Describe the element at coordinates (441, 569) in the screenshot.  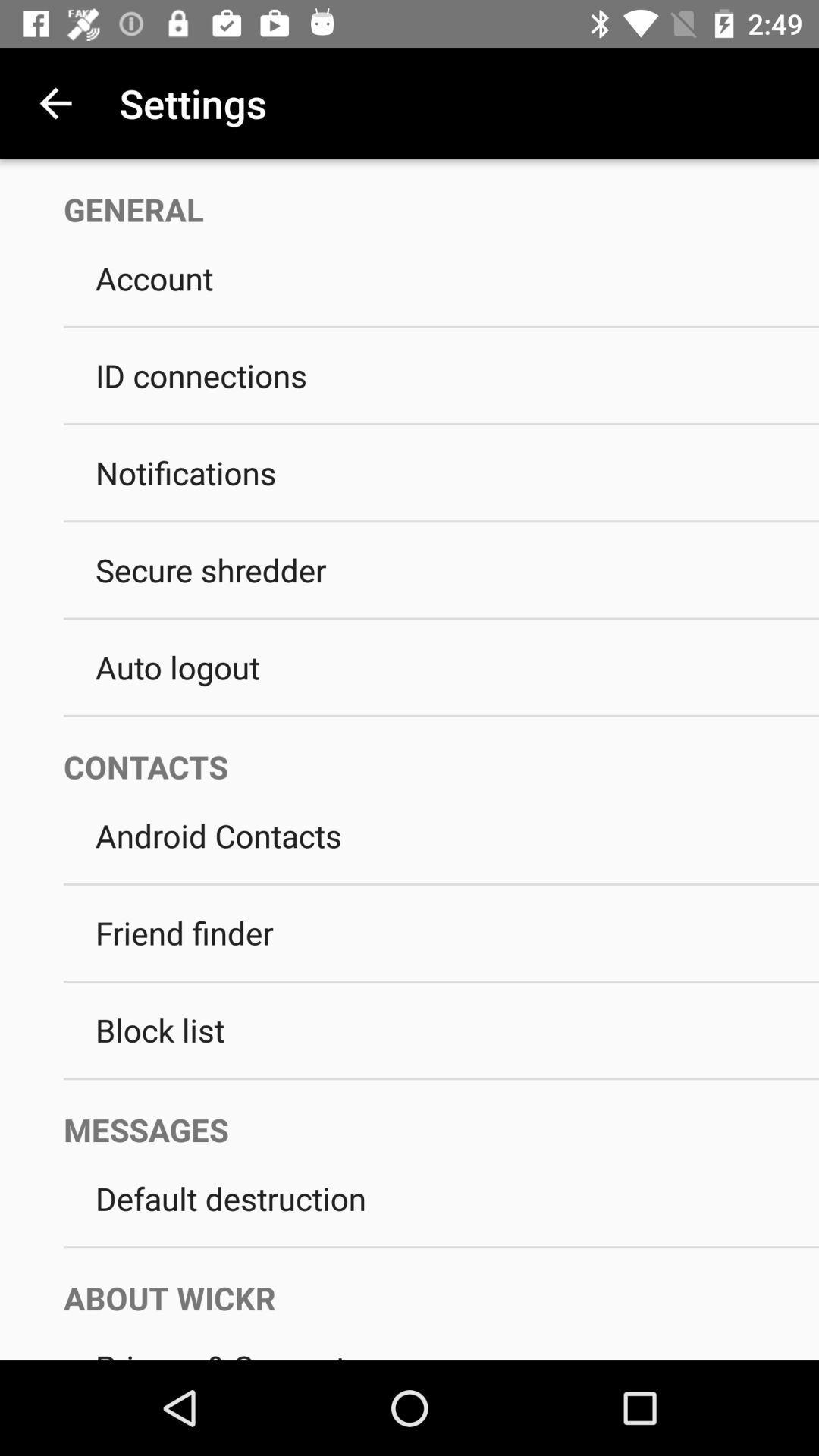
I see `the secure shredder icon` at that location.